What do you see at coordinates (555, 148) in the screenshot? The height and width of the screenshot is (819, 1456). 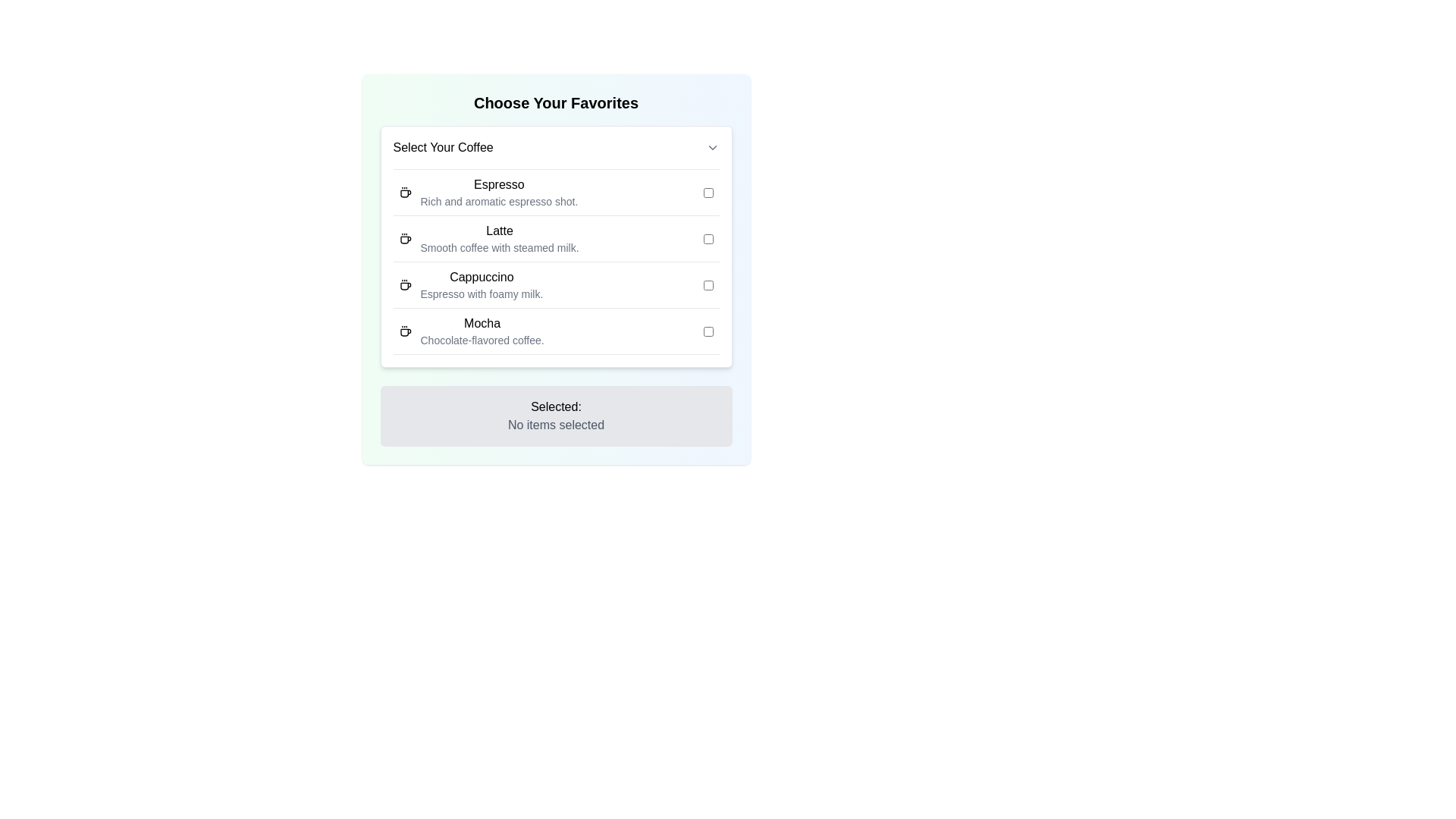 I see `the dropdown menu labeled 'Select Your Coffee'` at bounding box center [555, 148].